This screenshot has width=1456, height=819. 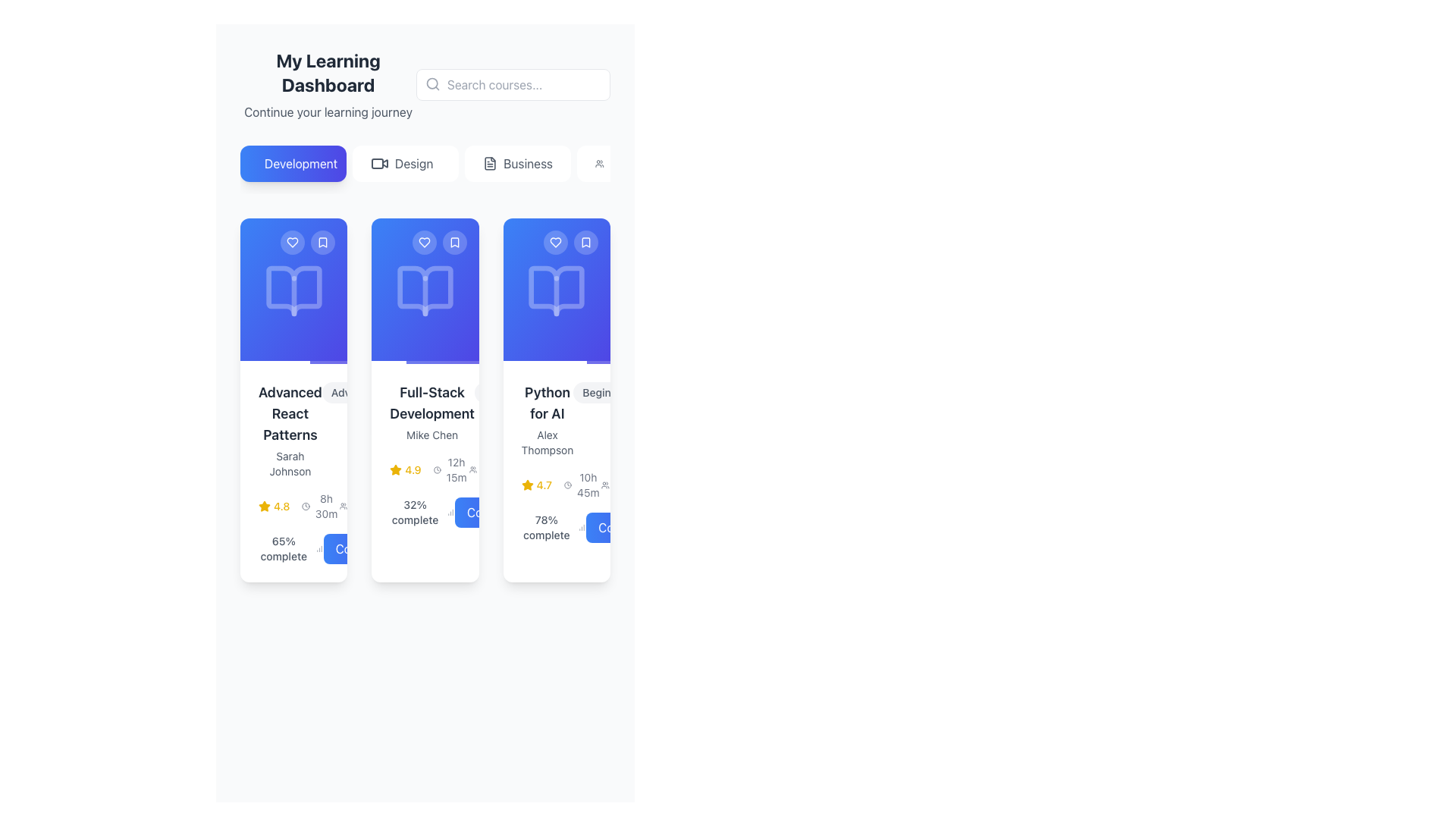 What do you see at coordinates (301, 164) in the screenshot?
I see `the 'Development' text label within the button element` at bounding box center [301, 164].